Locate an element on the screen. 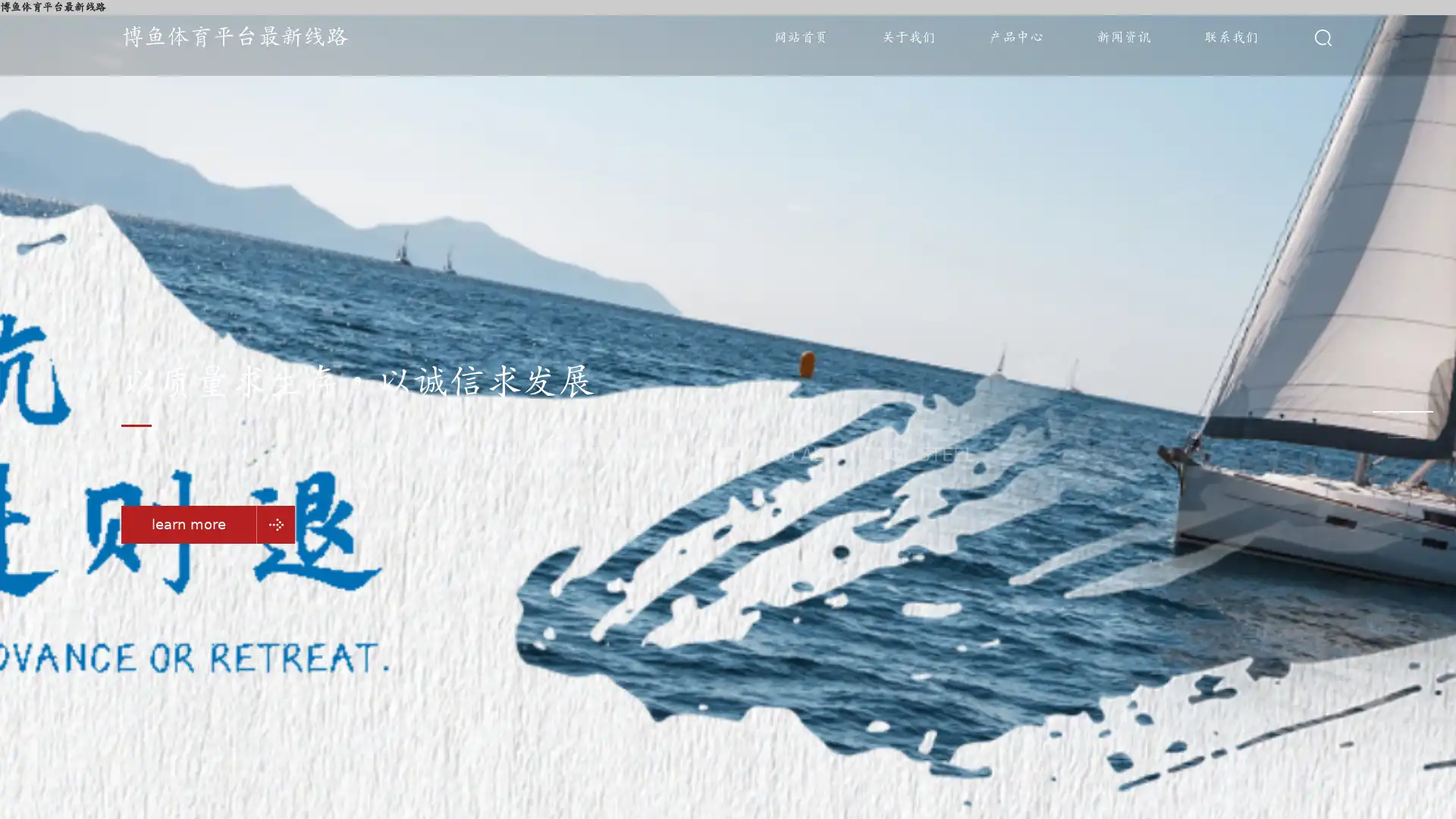 Image resolution: width=1456 pixels, height=819 pixels. Go to slide 3 is located at coordinates (1401, 438).